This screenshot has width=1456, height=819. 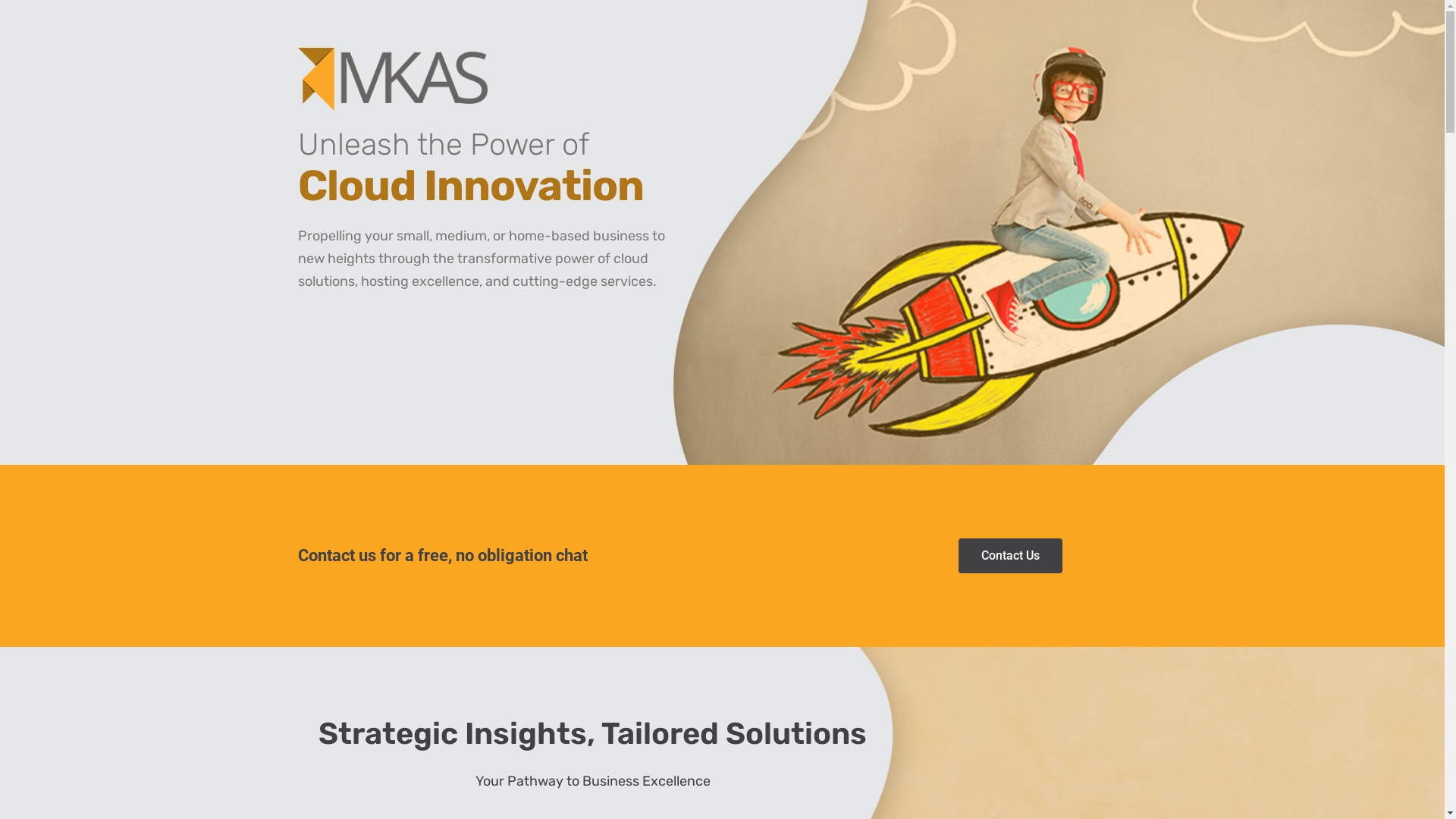 What do you see at coordinates (1010, 555) in the screenshot?
I see `'Contact Us'` at bounding box center [1010, 555].